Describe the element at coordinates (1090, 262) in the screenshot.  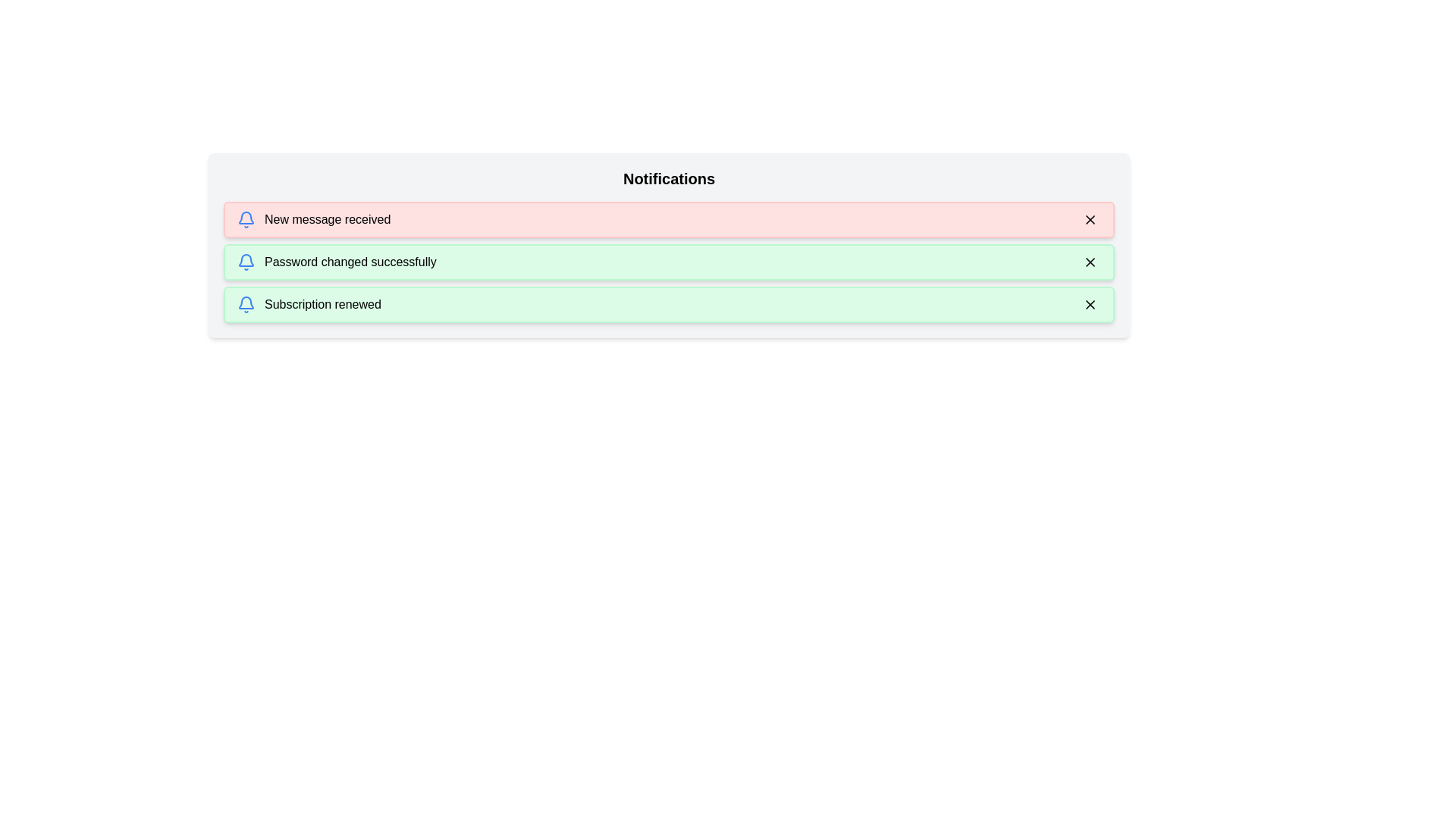
I see `the close button IconButton located in the second row of the notification box, which corresponds to the message 'Password changed successfully'` at that location.